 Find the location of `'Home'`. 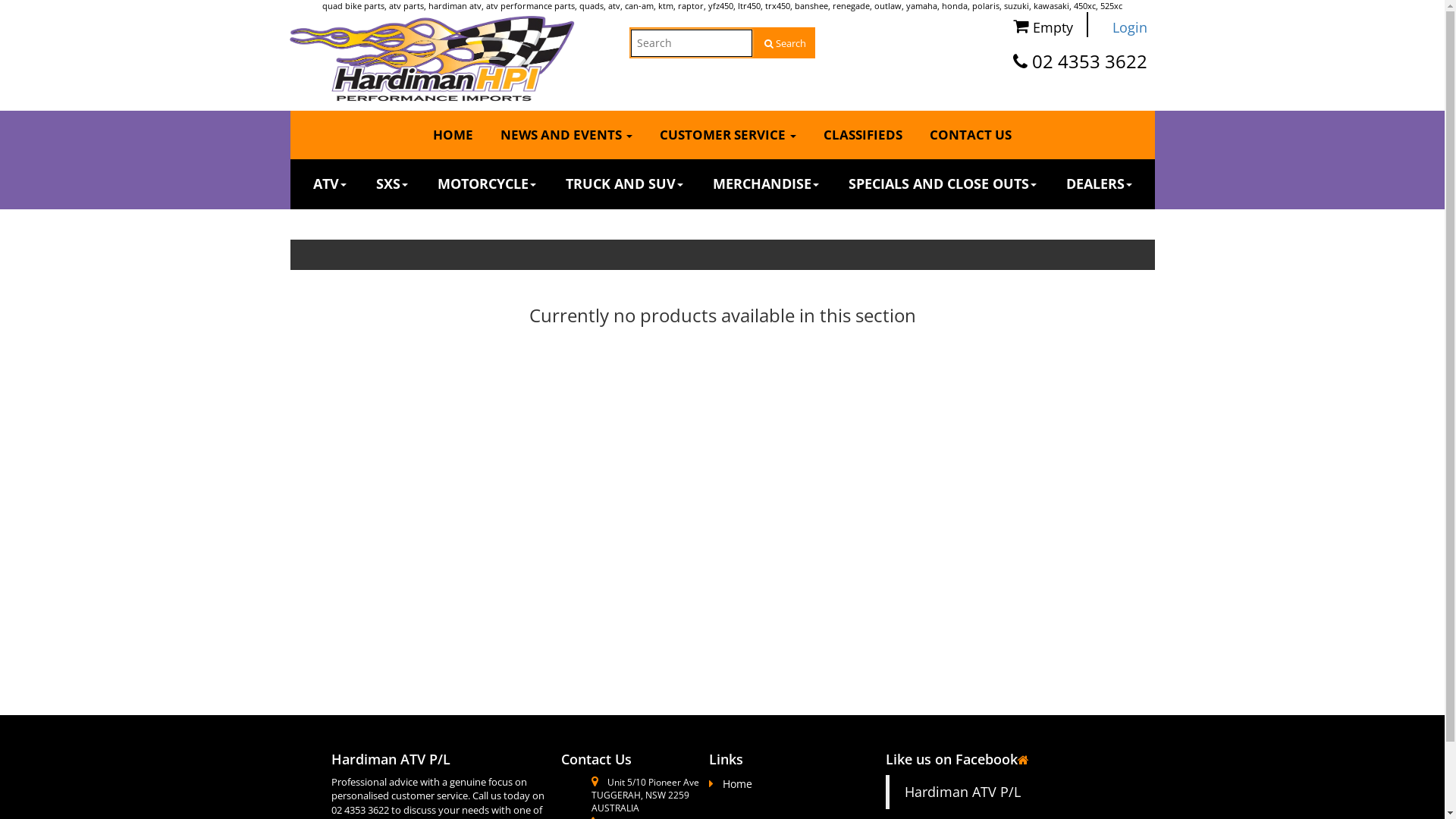

'Home' is located at coordinates (730, 783).